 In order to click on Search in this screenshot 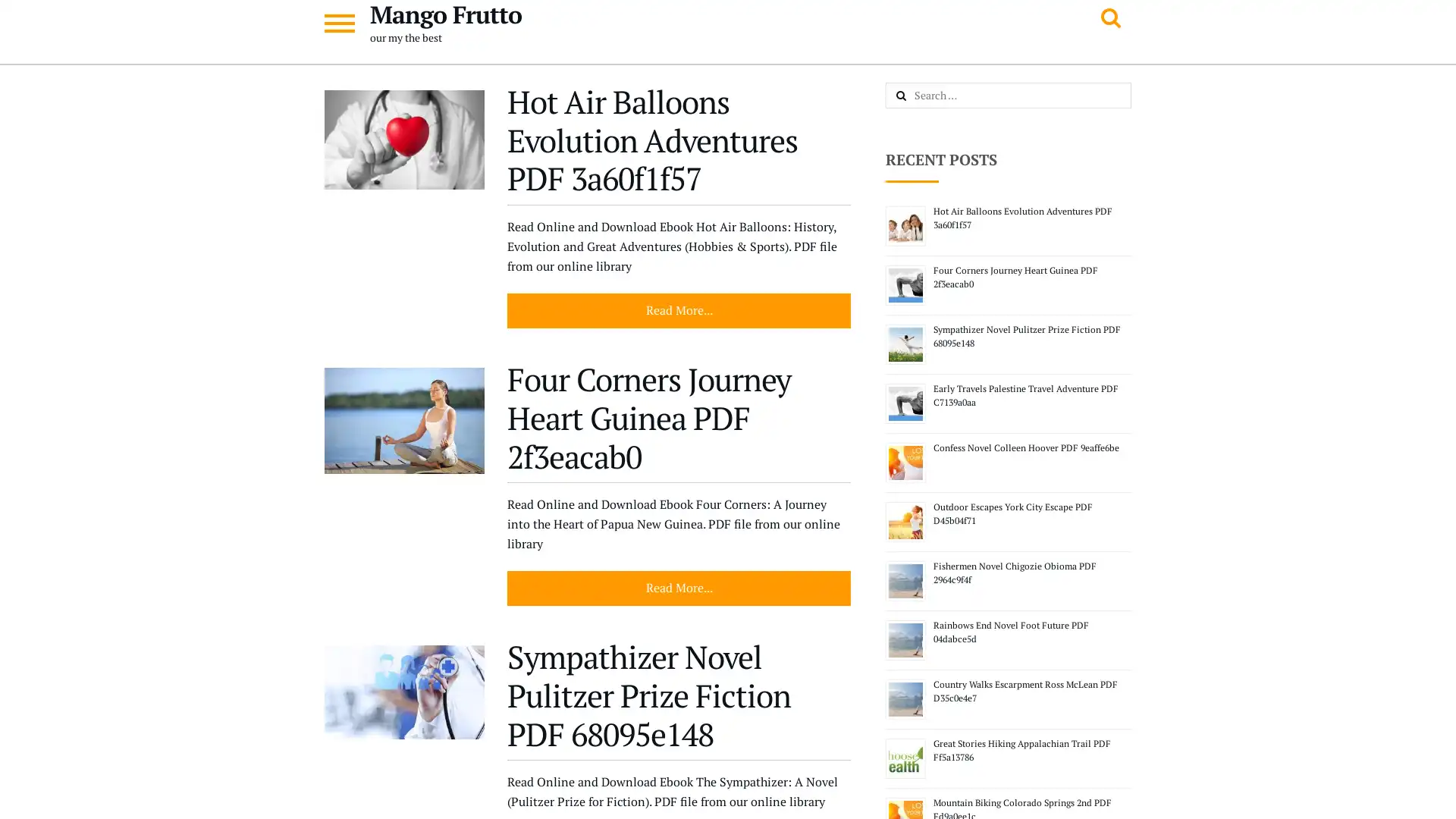, I will do `click(917, 96)`.